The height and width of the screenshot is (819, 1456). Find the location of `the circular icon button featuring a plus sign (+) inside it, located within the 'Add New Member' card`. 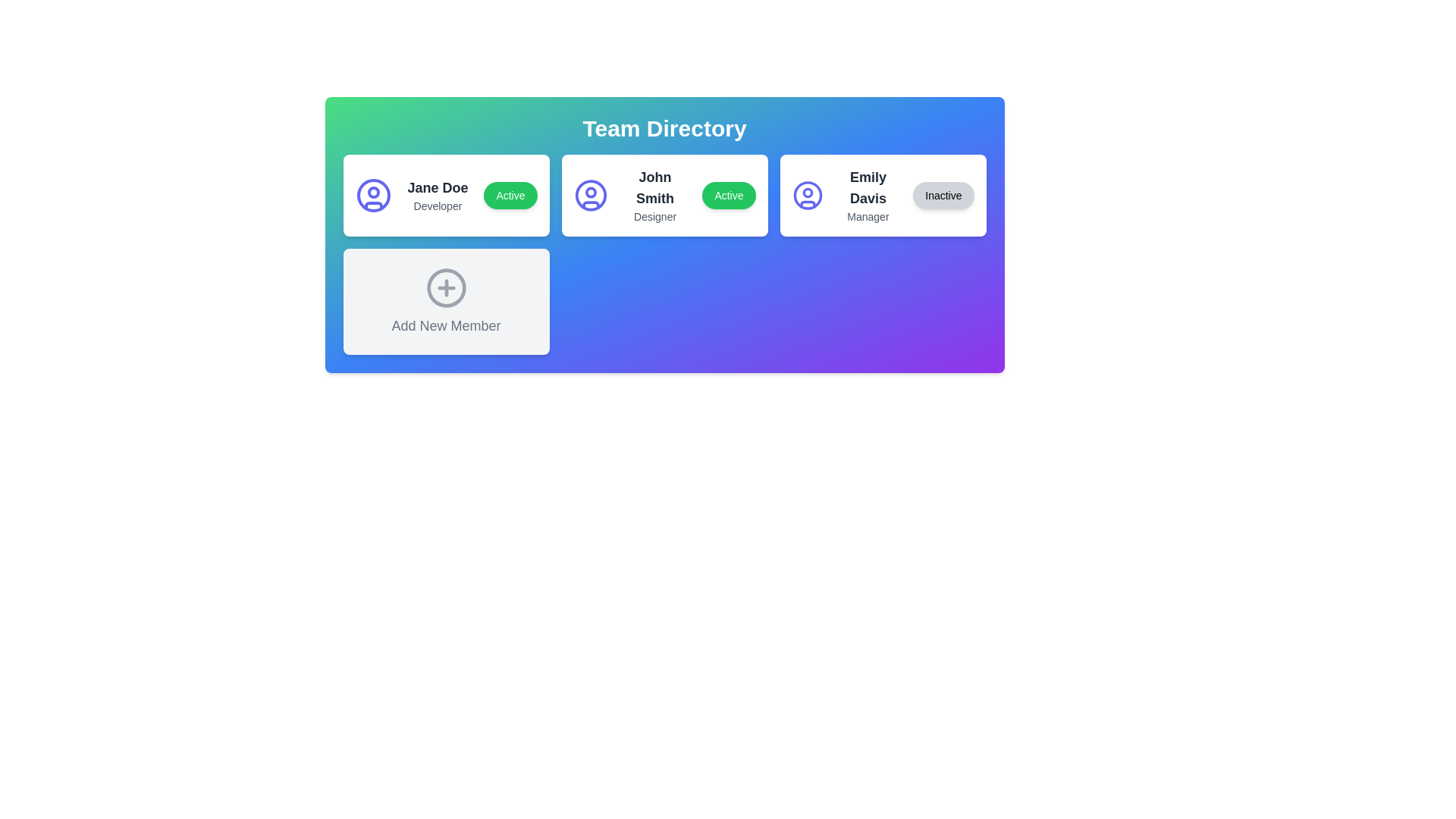

the circular icon button featuring a plus sign (+) inside it, located within the 'Add New Member' card is located at coordinates (445, 288).